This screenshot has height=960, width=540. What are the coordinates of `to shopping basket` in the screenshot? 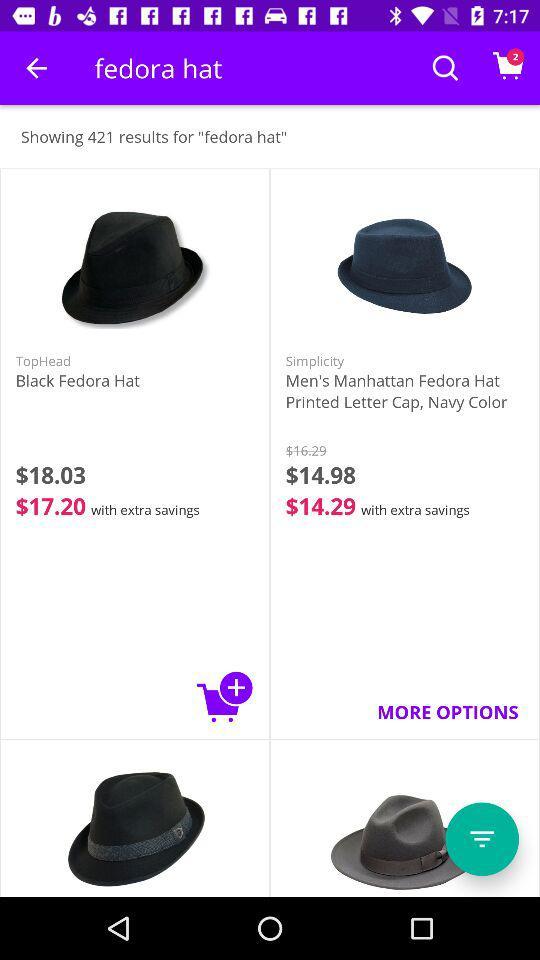 It's located at (224, 696).